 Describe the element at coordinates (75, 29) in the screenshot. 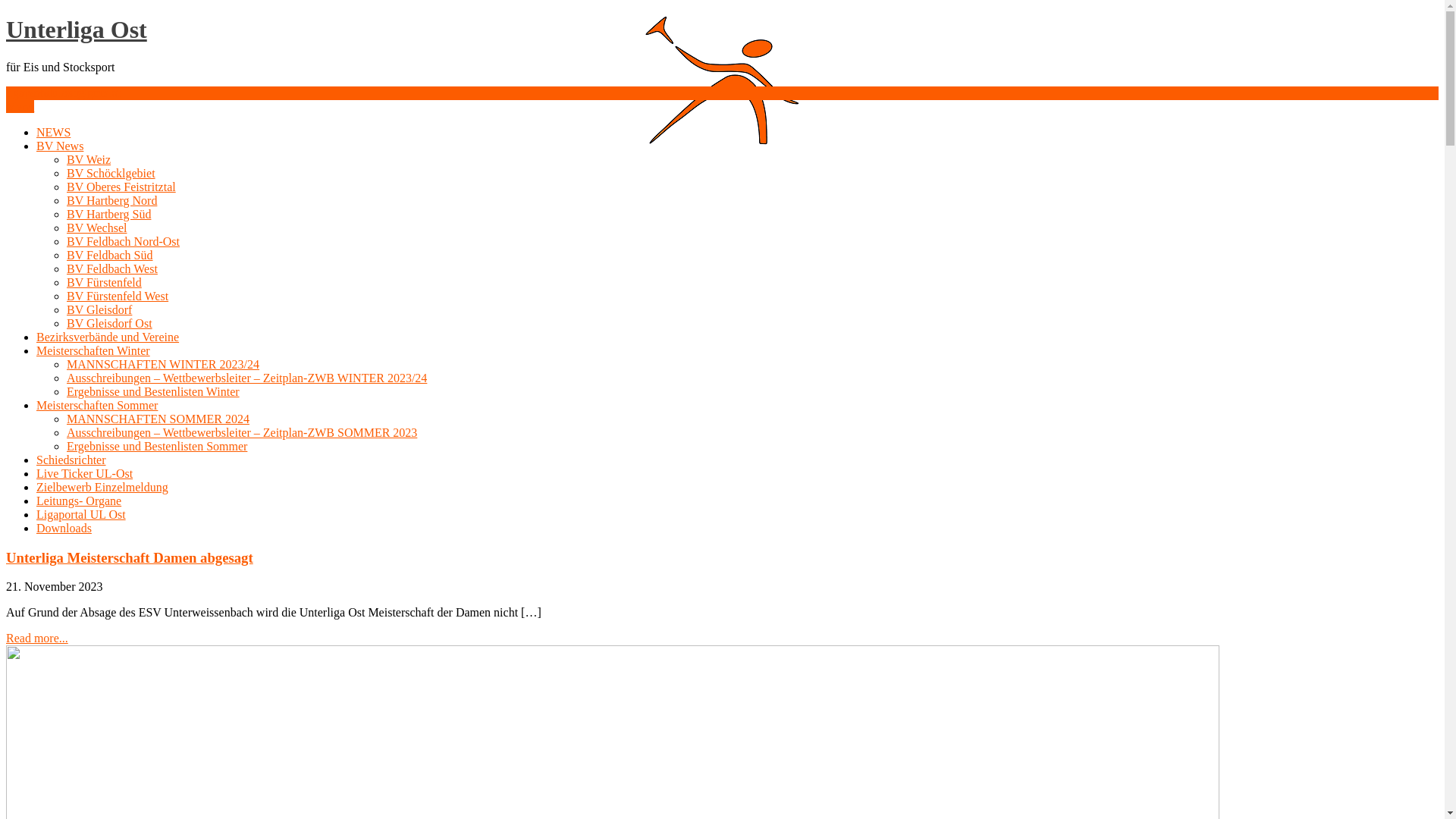

I see `'Unterliga Ost'` at that location.